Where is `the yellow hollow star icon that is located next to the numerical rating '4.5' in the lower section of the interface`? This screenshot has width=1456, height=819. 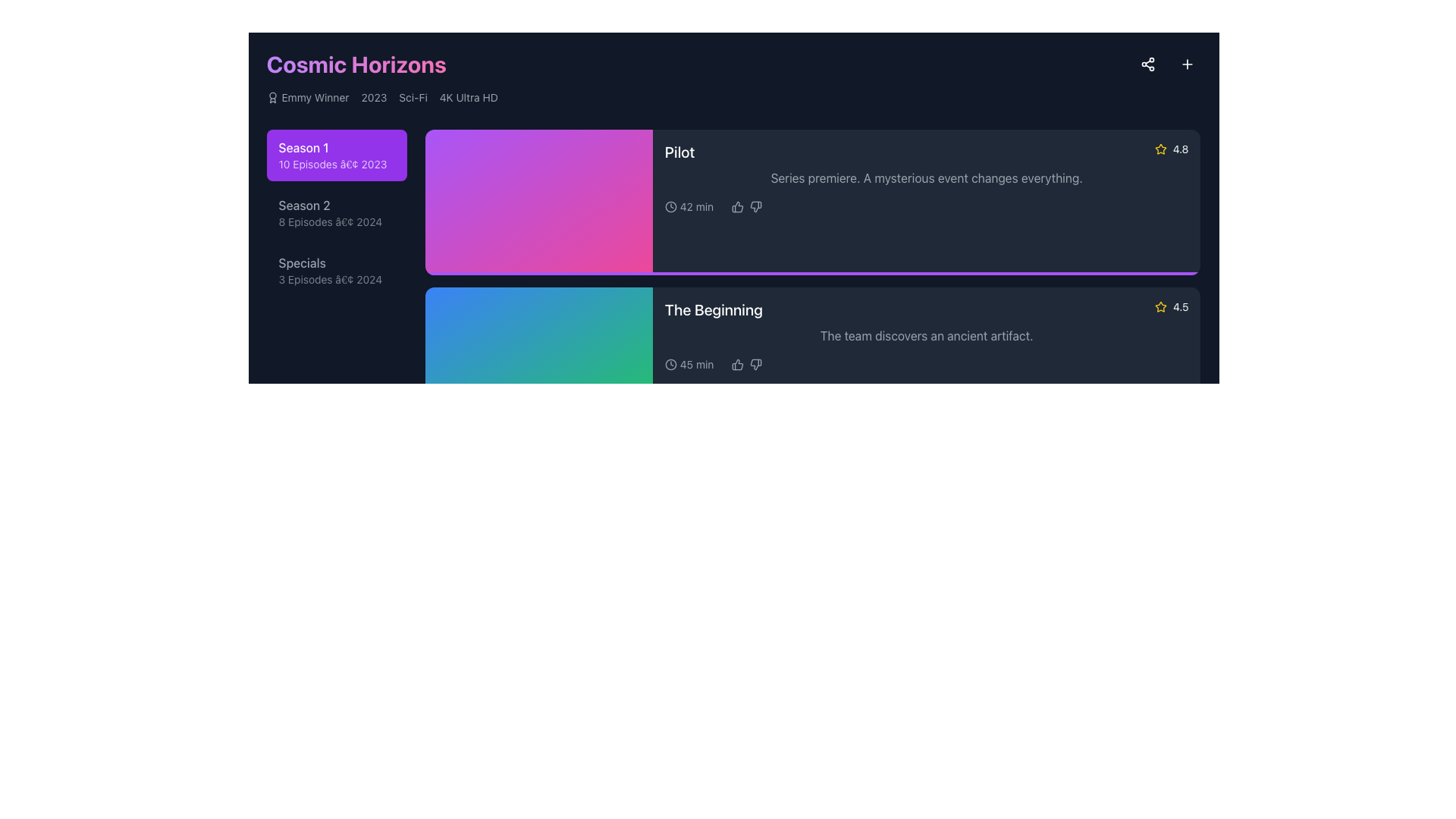 the yellow hollow star icon that is located next to the numerical rating '4.5' in the lower section of the interface is located at coordinates (1160, 307).